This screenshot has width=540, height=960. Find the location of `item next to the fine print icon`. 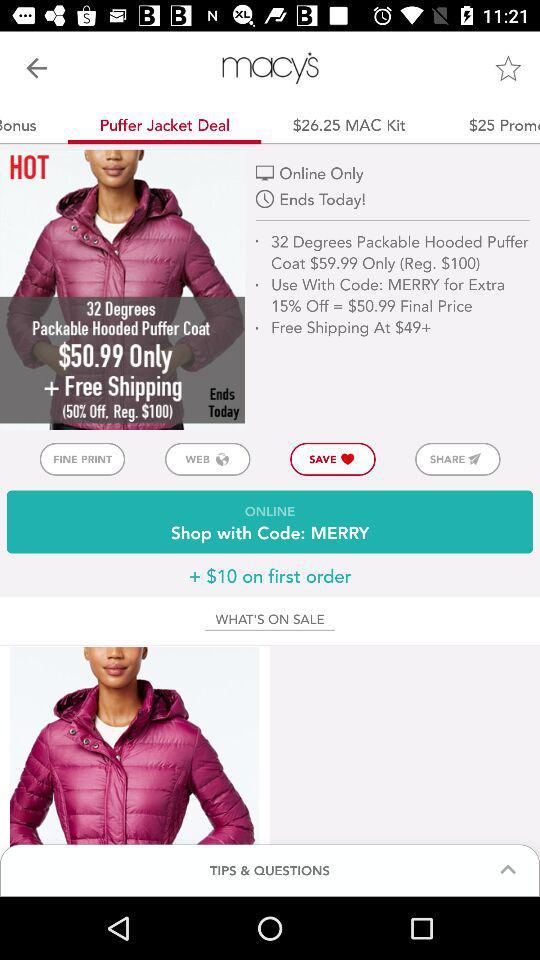

item next to the fine print icon is located at coordinates (206, 459).